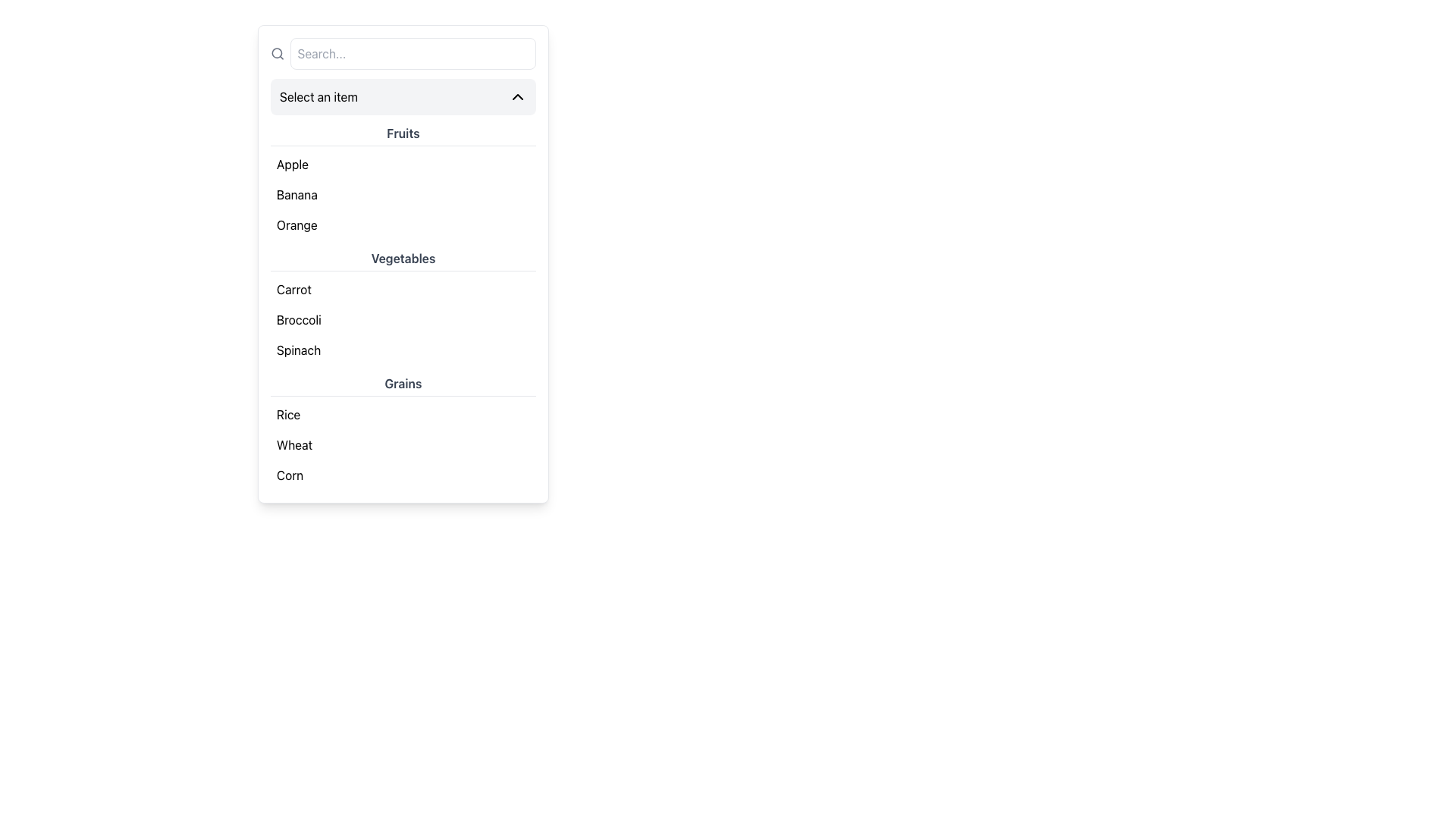 This screenshot has width=1456, height=819. I want to click on the 'Spinach' menu item, which is the third item under the 'Vegetables' section of the dropdown menu, so click(403, 350).